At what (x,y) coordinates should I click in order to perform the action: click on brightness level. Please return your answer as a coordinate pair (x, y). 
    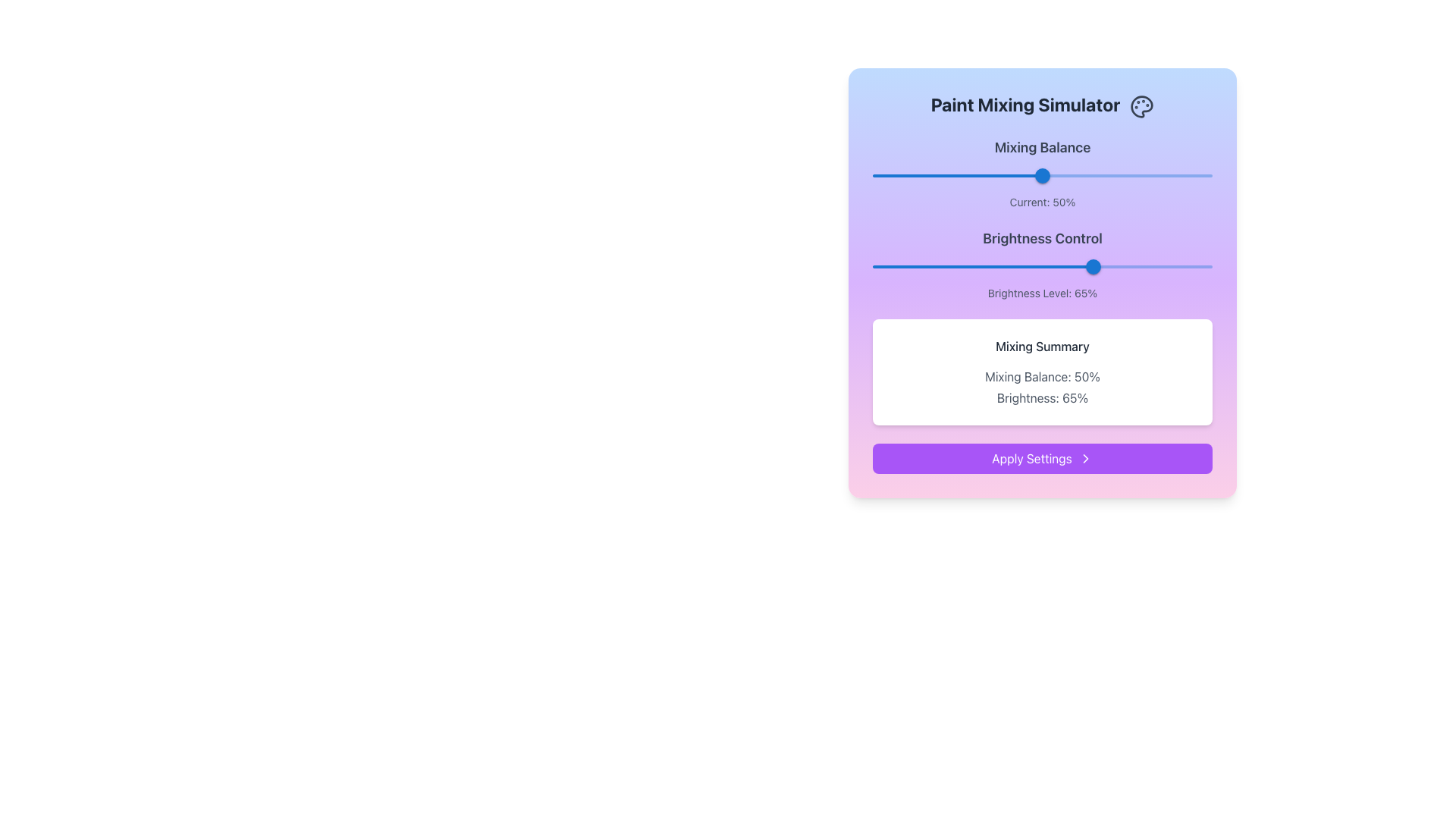
    Looking at the image, I should click on (926, 265).